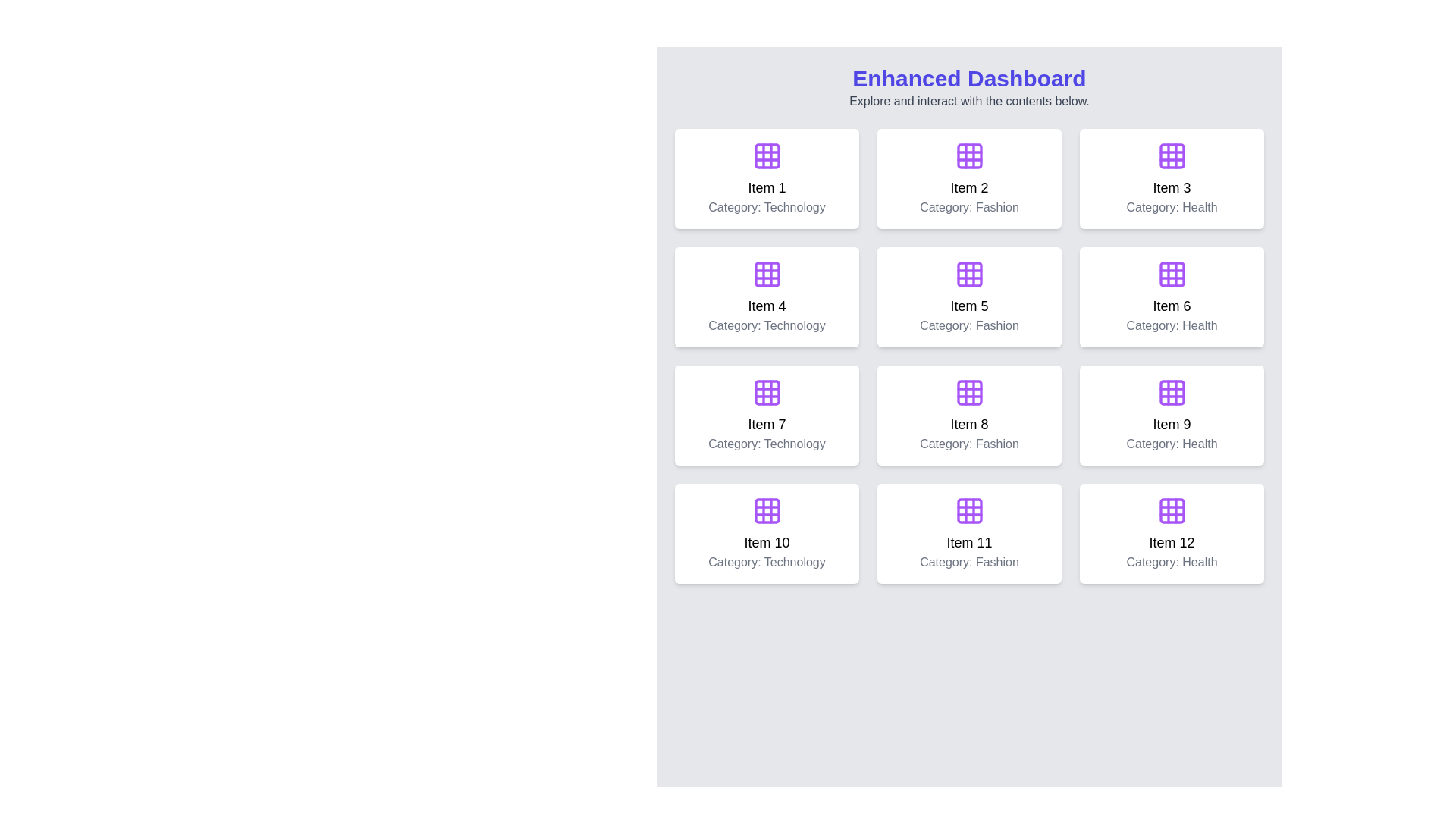 Image resolution: width=1456 pixels, height=819 pixels. I want to click on the central square of the 3x3 grid icon located above the text 'Item 3' and 'Category: Health' in the third card of the top row to interact with it, so click(1171, 155).